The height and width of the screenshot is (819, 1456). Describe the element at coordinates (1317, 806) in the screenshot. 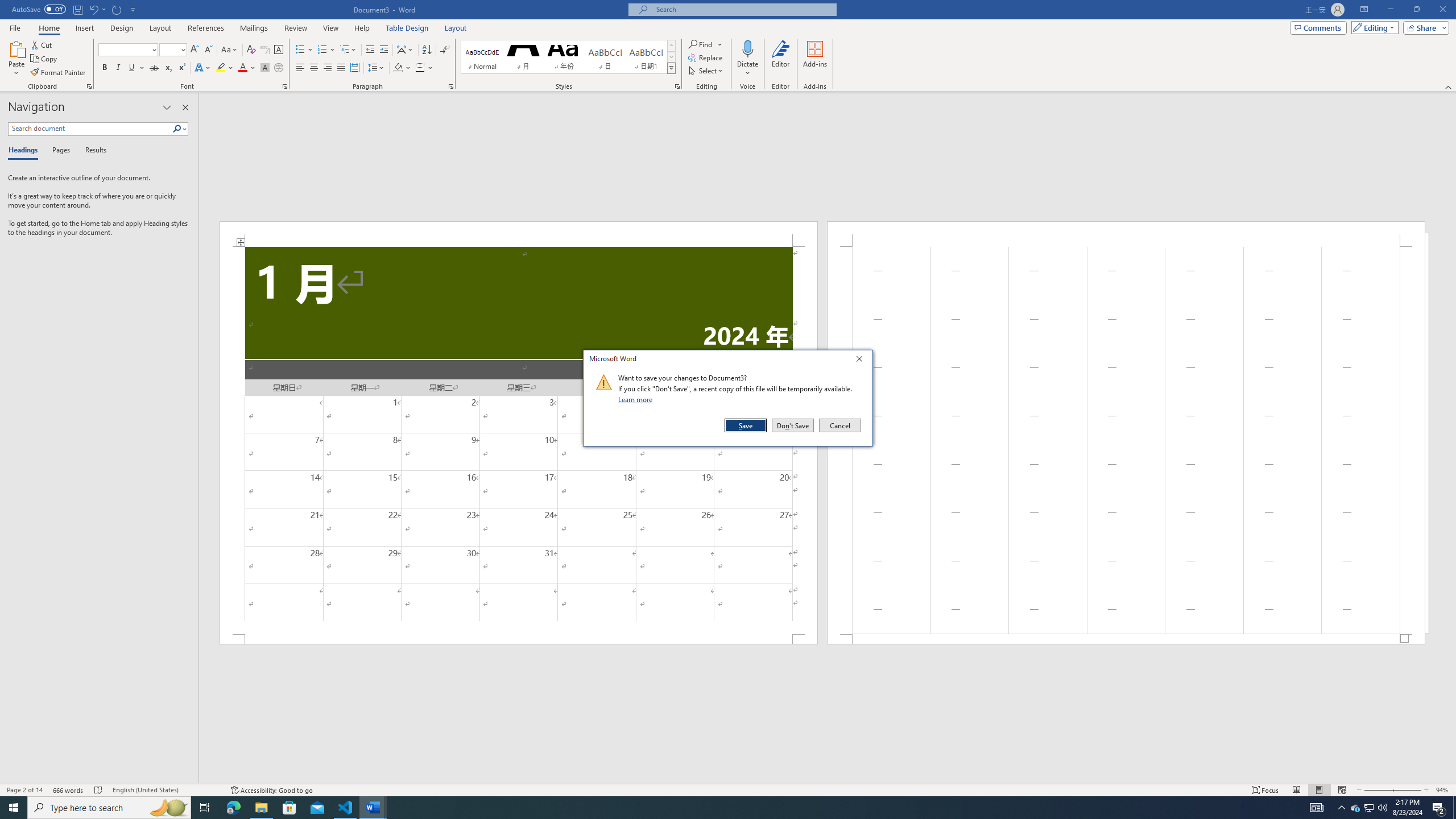

I see `'AutomationID: 4105'` at that location.